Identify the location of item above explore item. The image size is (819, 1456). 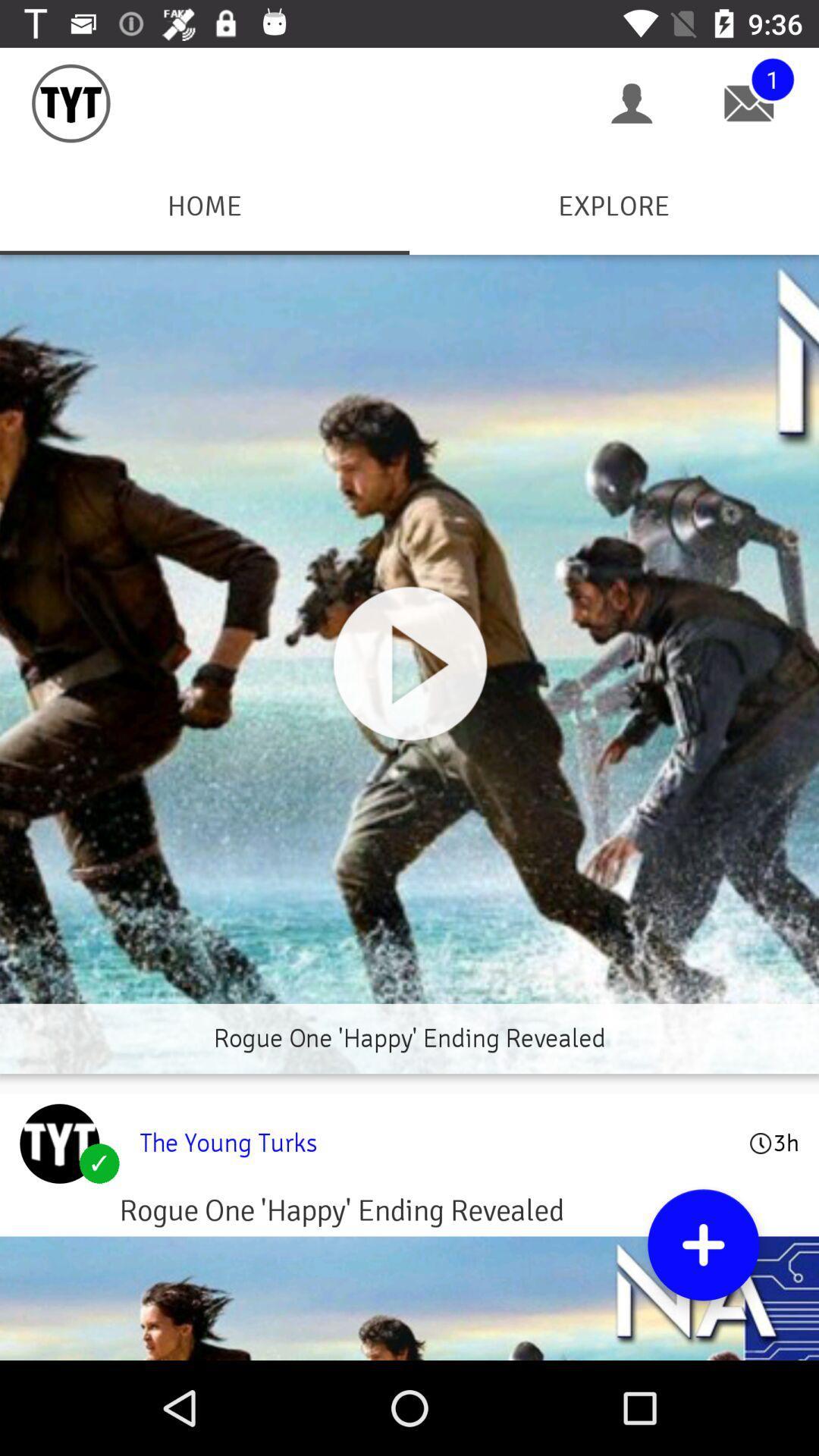
(632, 102).